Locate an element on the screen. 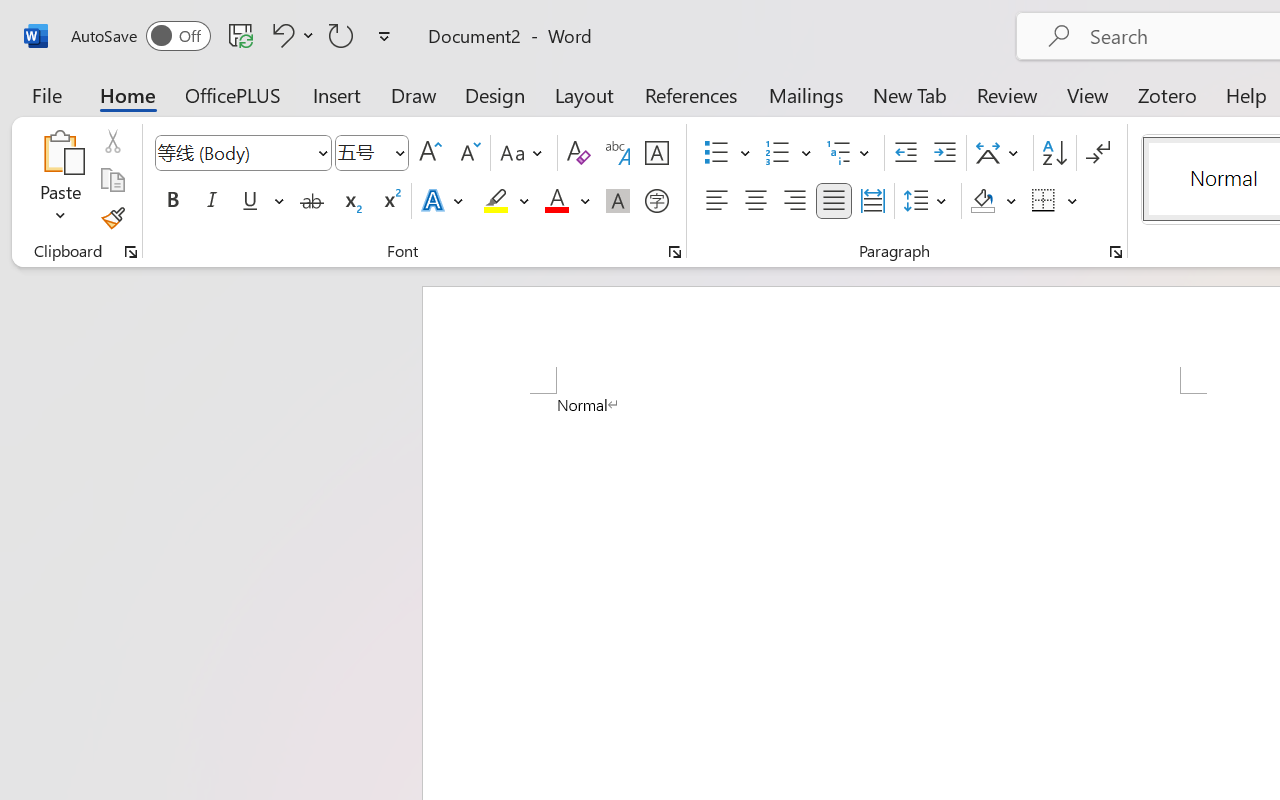 This screenshot has width=1280, height=800. 'Align Right' is located at coordinates (793, 201).